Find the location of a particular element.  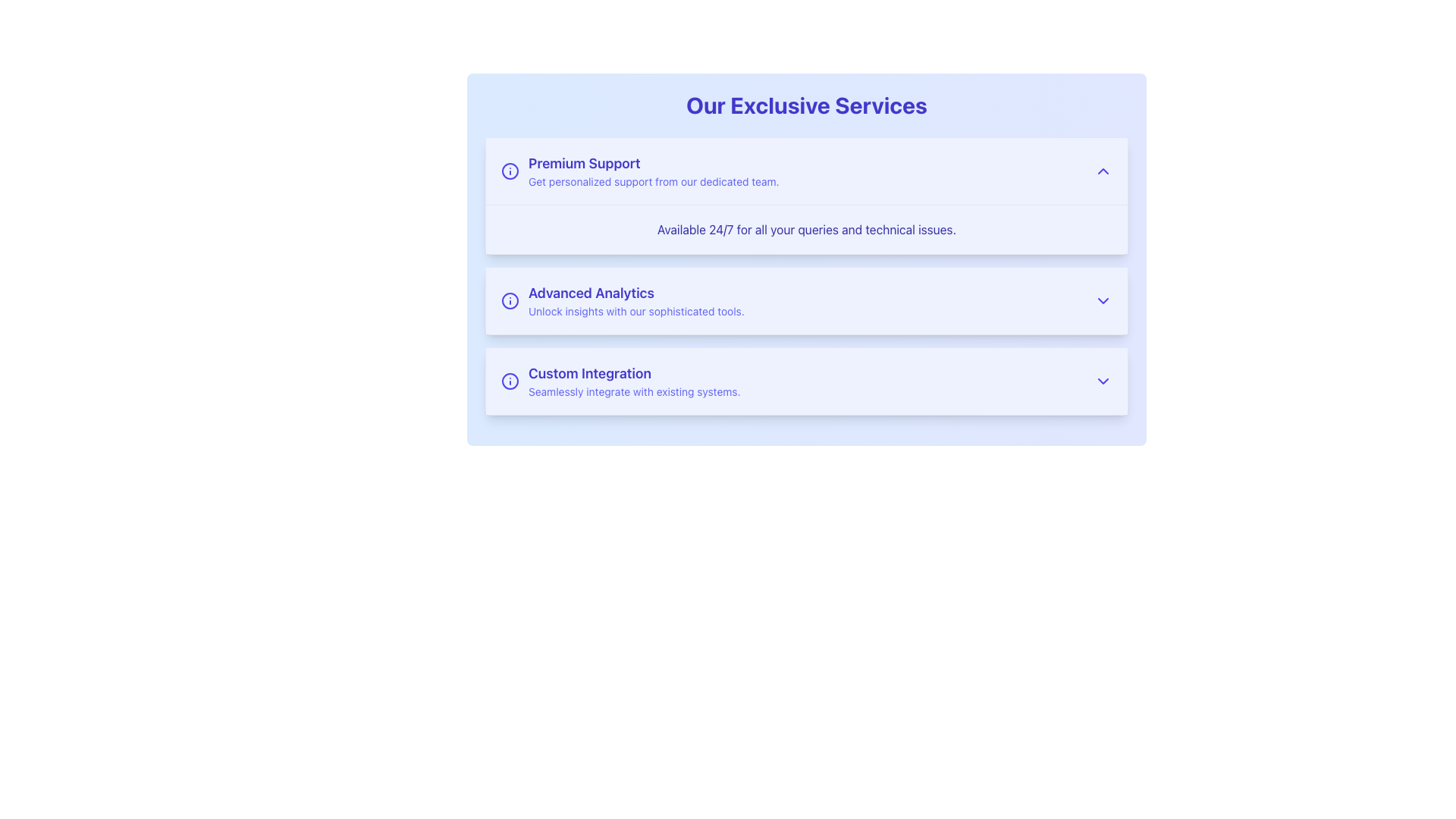

the descriptive Text block that provides information about the 'Custom Integration' feature, located below the 'Advanced Analytics' section and bordered by an information icon is located at coordinates (634, 380).